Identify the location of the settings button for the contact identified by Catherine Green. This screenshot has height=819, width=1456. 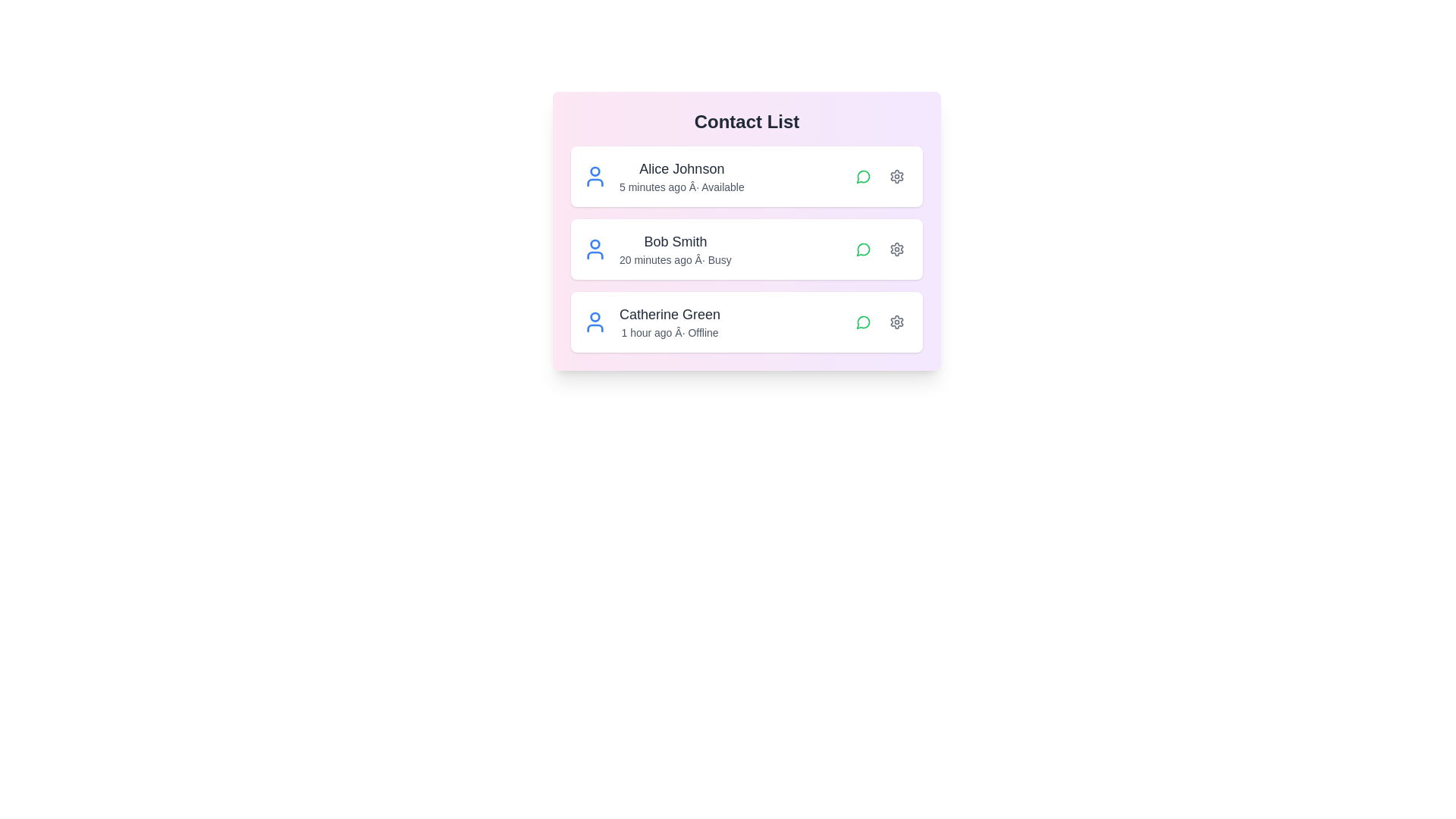
(896, 321).